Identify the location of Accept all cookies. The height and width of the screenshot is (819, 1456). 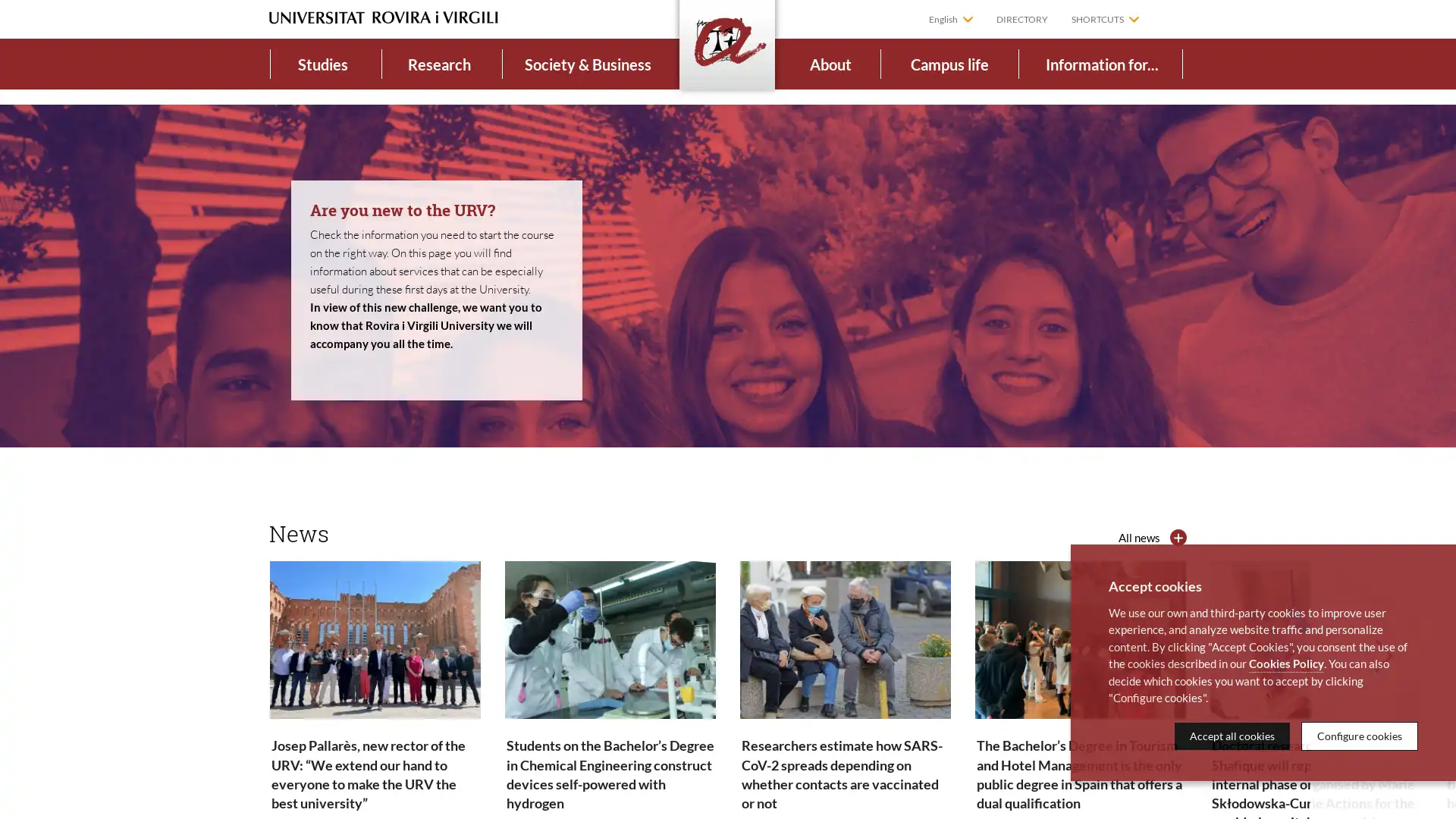
(1232, 735).